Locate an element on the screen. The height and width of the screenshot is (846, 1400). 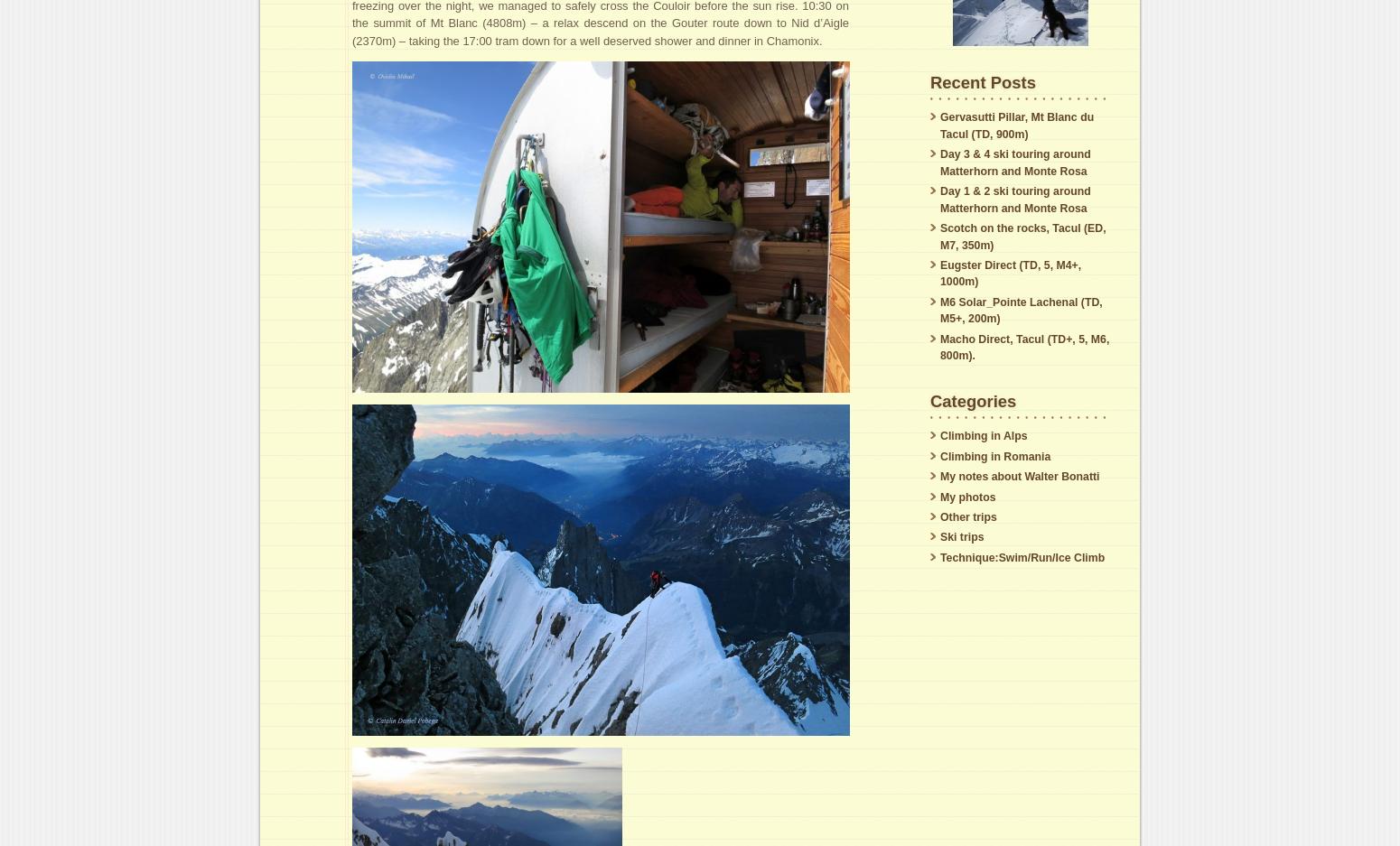
'Other trips' is located at coordinates (939, 516).